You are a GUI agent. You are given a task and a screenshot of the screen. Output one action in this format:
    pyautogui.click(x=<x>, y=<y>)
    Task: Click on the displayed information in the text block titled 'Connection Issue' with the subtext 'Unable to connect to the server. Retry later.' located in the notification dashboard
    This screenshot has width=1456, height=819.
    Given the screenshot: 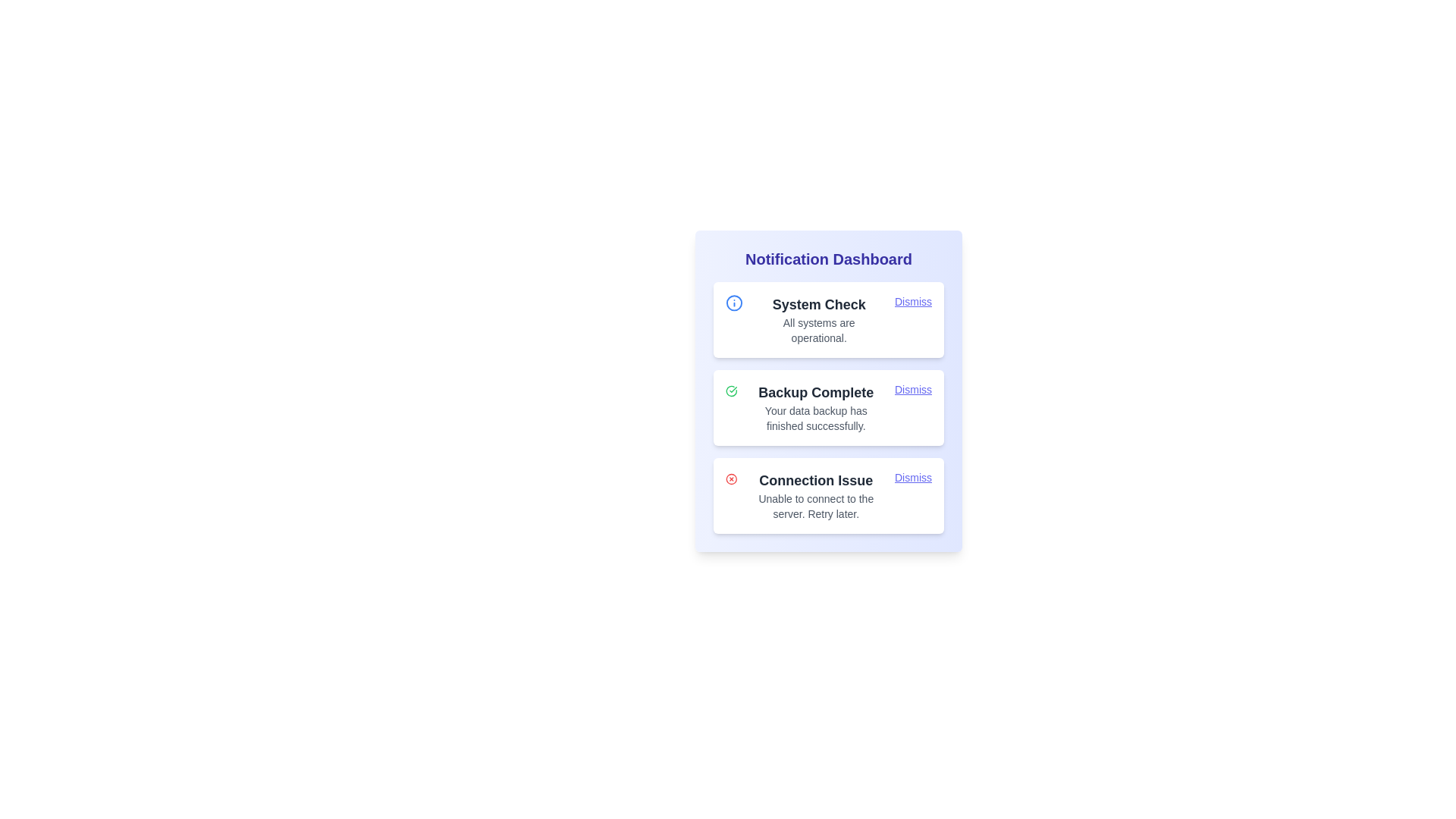 What is the action you would take?
    pyautogui.click(x=815, y=496)
    